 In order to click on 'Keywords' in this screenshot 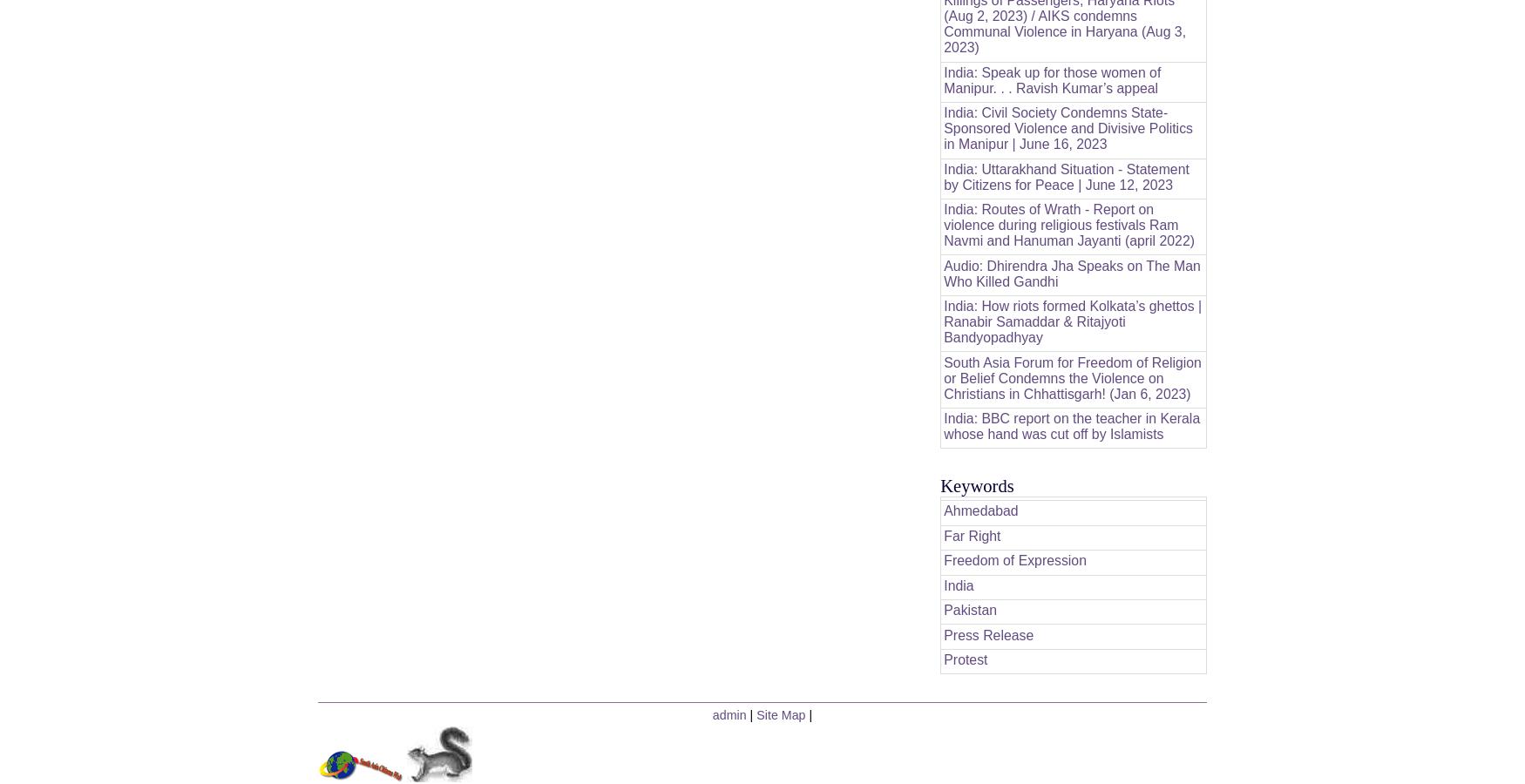, I will do `click(977, 484)`.